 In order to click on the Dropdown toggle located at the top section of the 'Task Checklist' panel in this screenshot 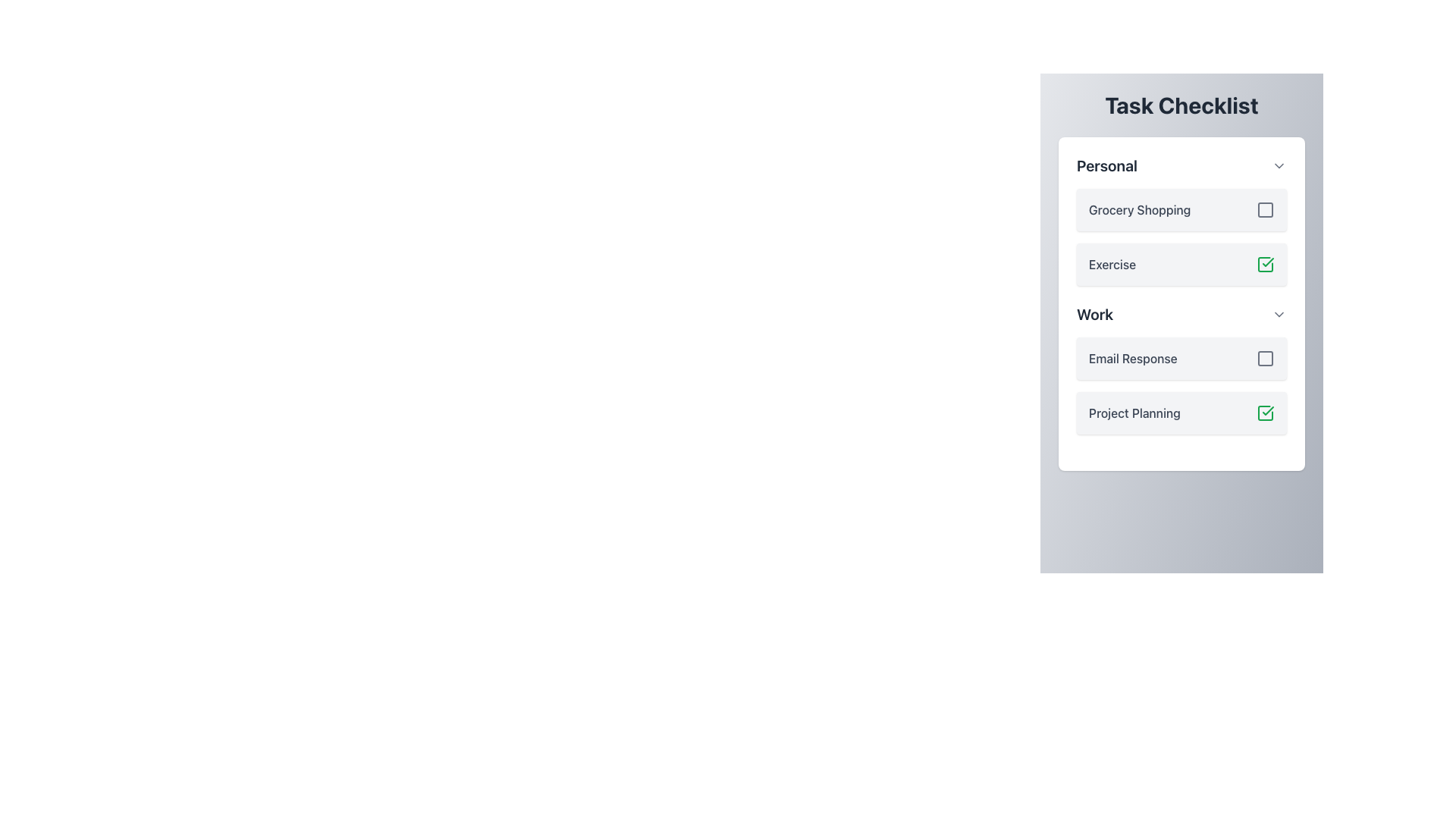, I will do `click(1181, 166)`.